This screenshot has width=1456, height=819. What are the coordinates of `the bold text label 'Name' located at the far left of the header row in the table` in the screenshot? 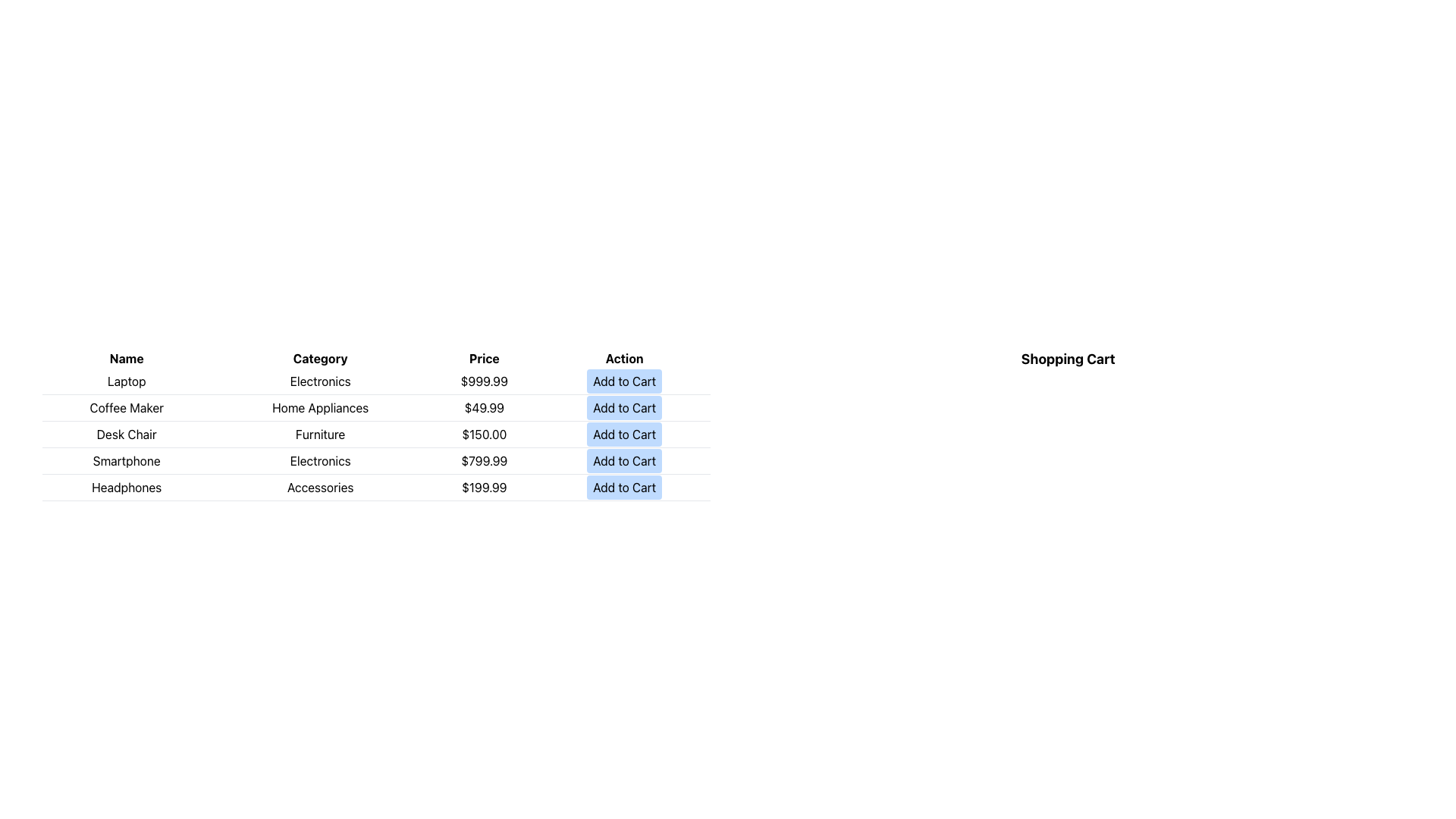 It's located at (127, 359).